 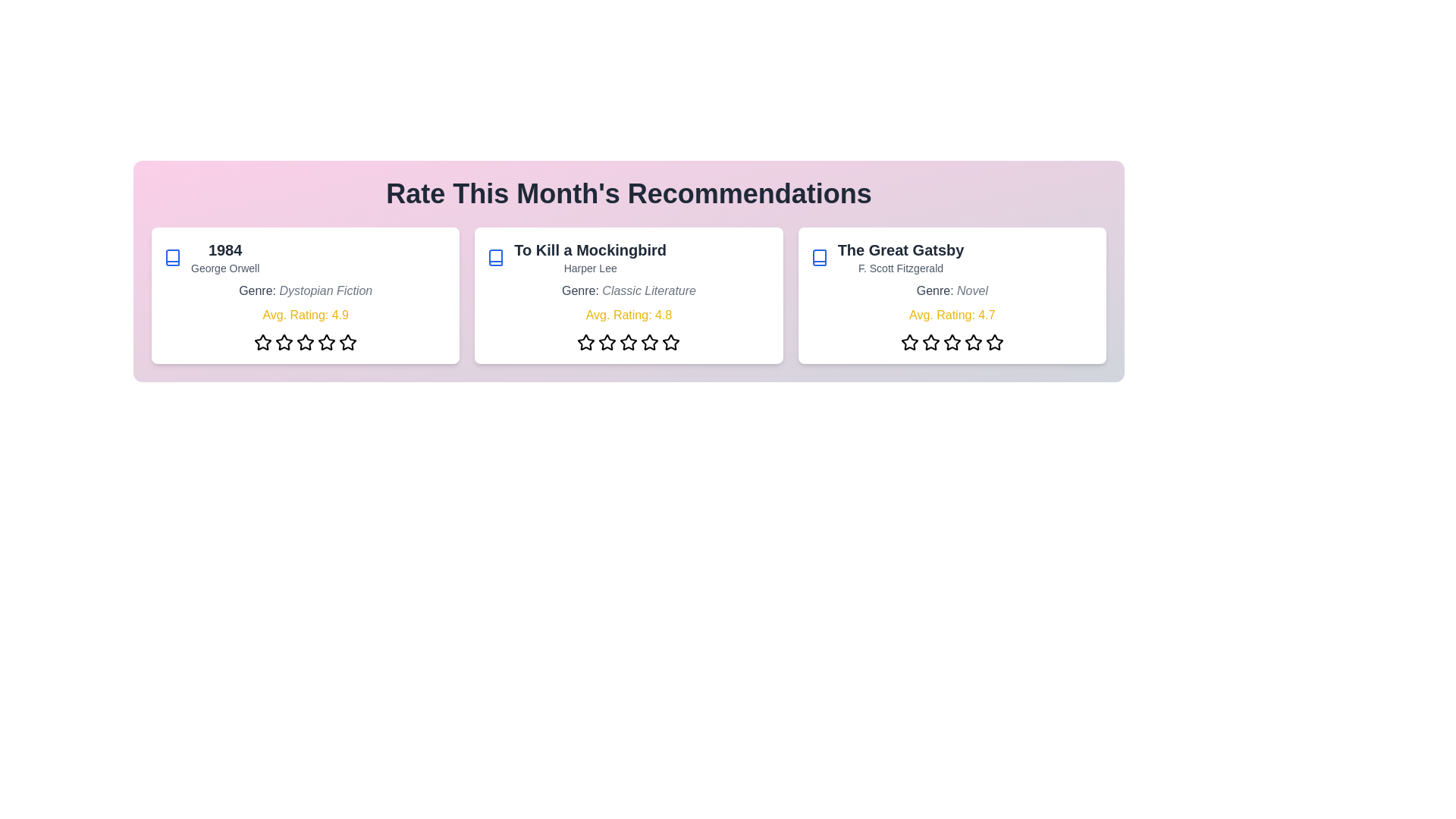 I want to click on the book icon for the book titled '1984', so click(x=172, y=256).